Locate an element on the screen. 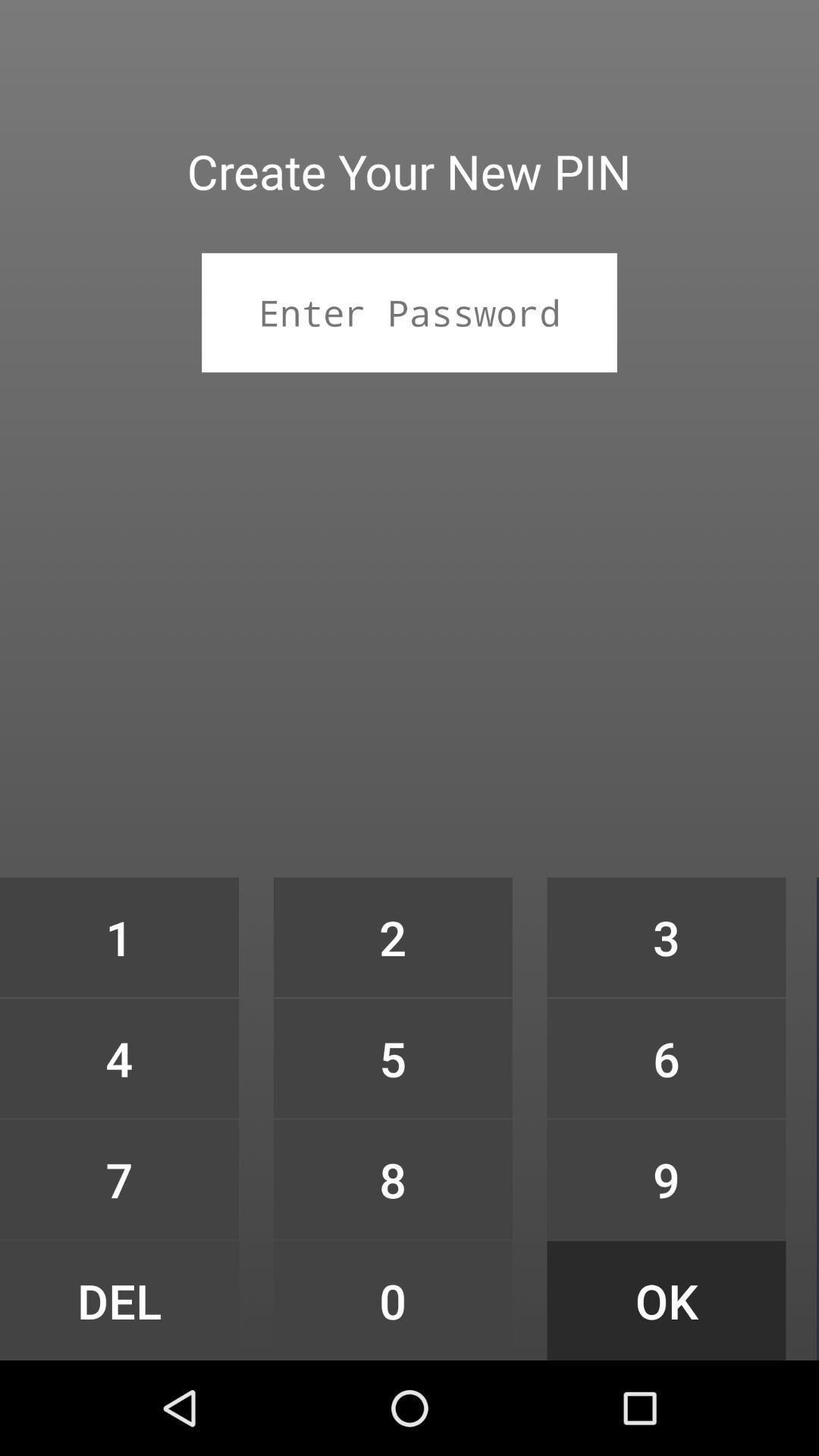 This screenshot has width=819, height=1456. the del icon is located at coordinates (118, 1300).